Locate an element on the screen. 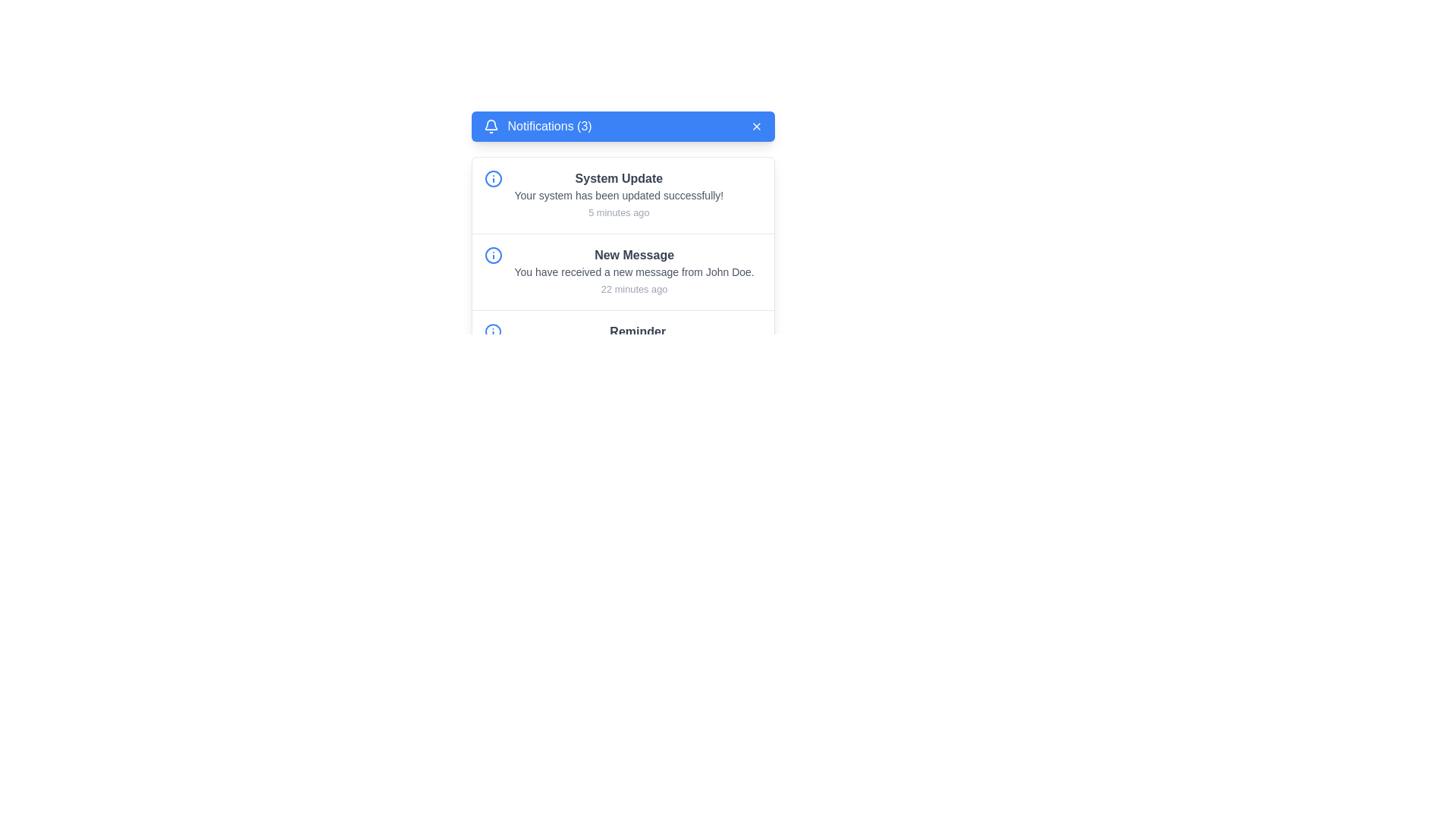  the 'X' icon button located at the far right end of the blue header bar is located at coordinates (756, 125).